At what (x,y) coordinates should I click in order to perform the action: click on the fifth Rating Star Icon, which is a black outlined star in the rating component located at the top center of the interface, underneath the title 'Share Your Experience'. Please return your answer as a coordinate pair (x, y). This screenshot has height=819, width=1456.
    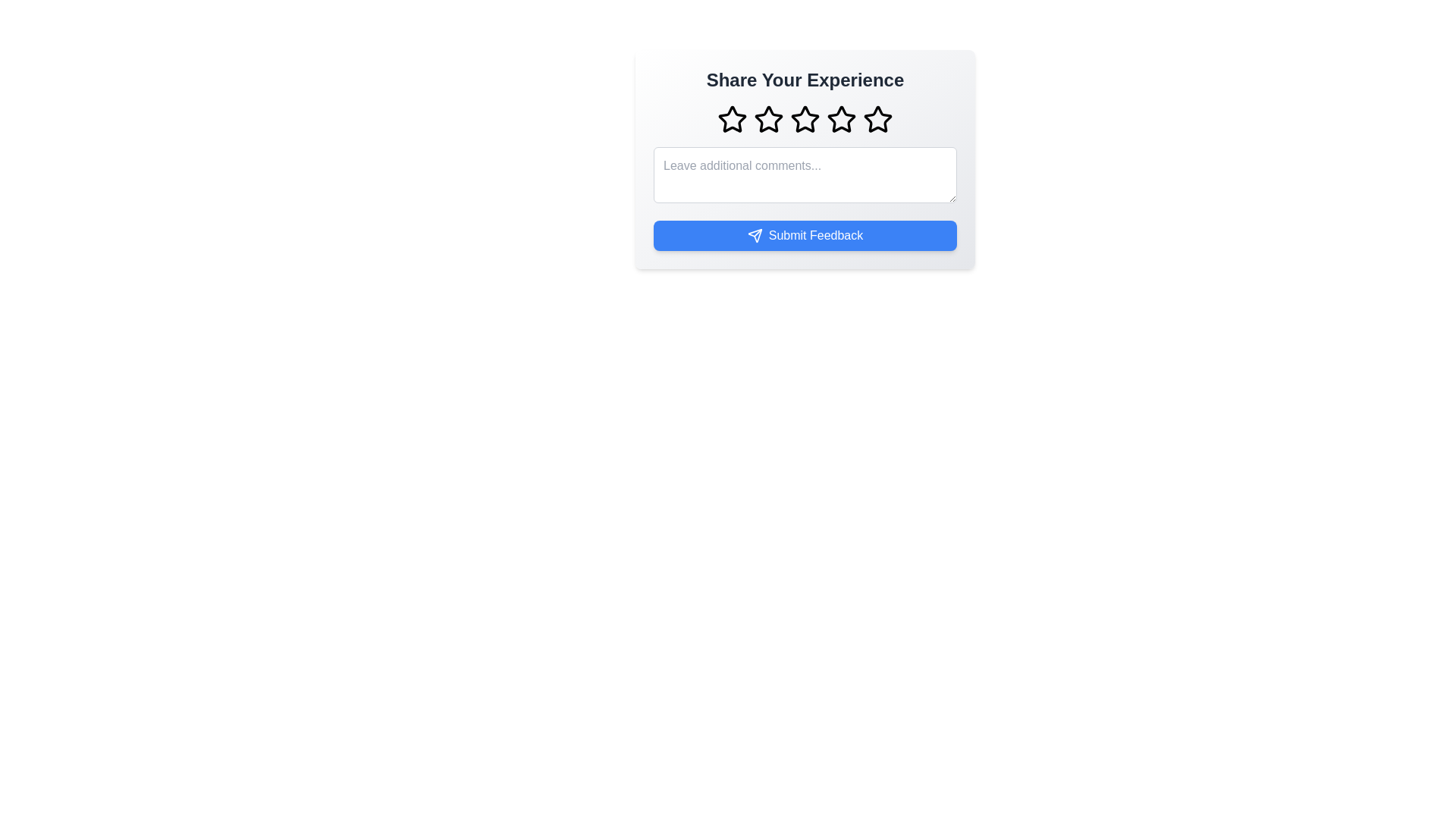
    Looking at the image, I should click on (877, 118).